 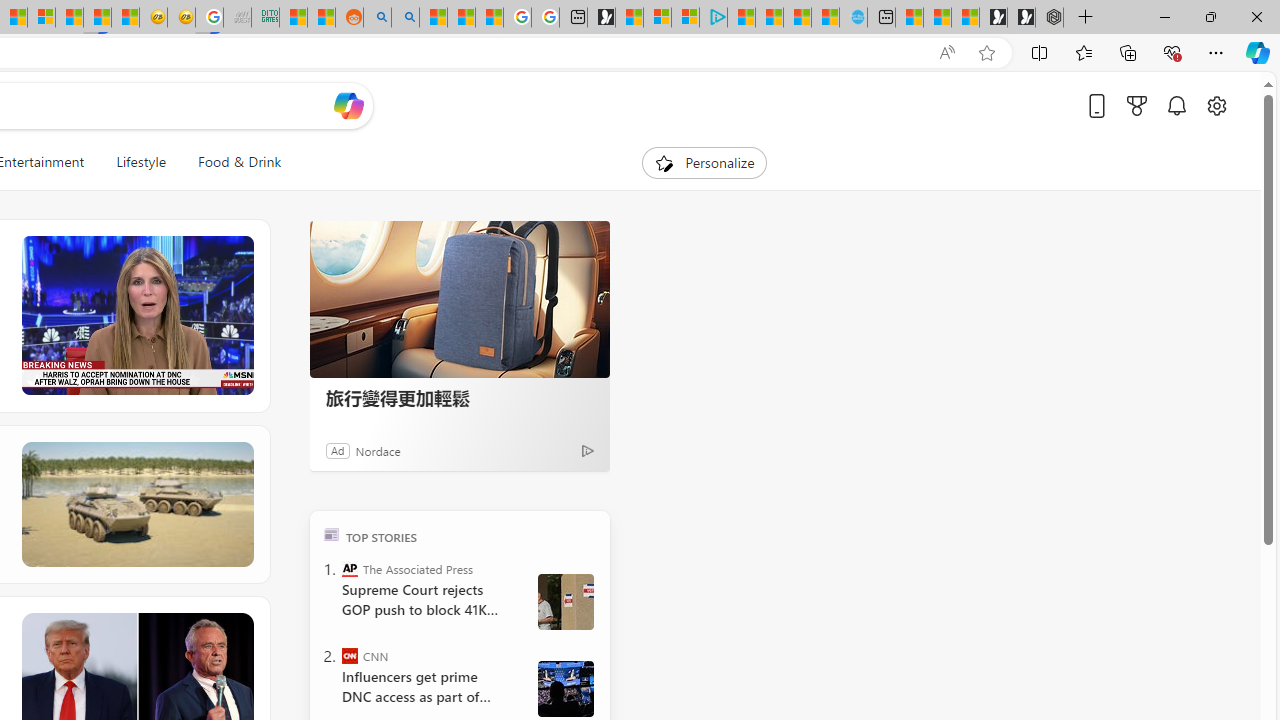 What do you see at coordinates (587, 450) in the screenshot?
I see `'Ad Choice'` at bounding box center [587, 450].